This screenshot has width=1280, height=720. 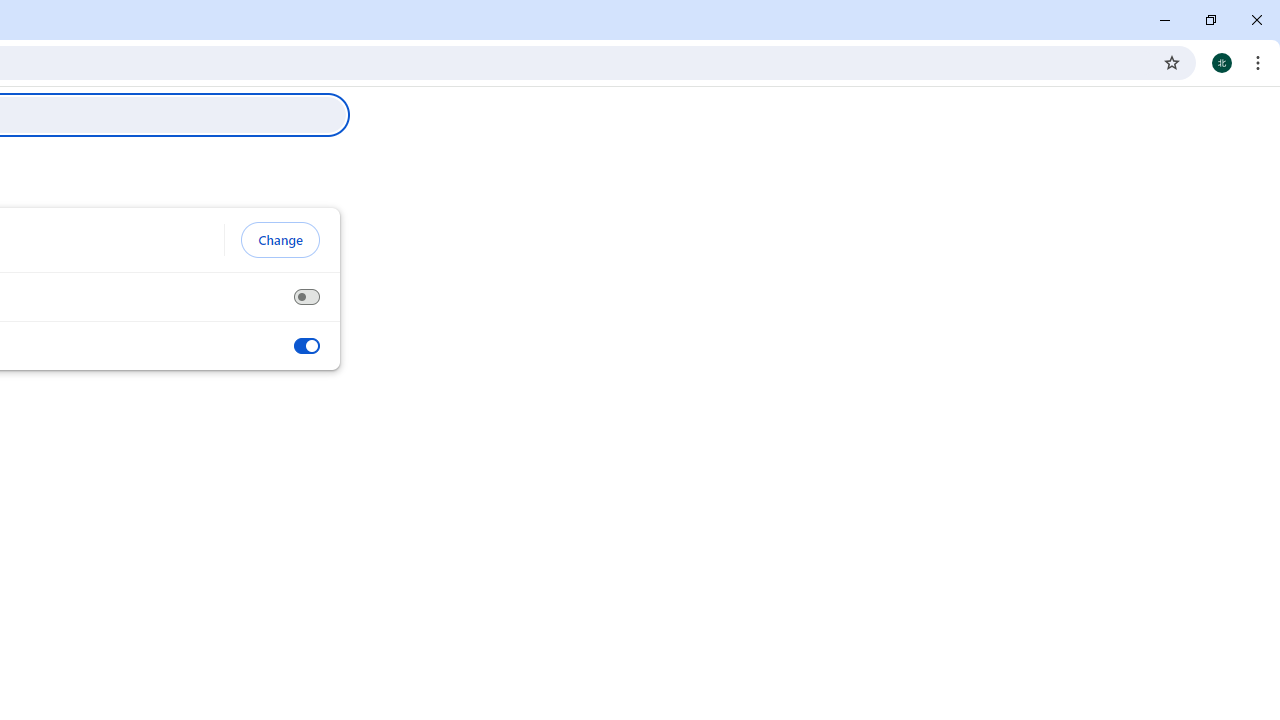 What do you see at coordinates (305, 345) in the screenshot?
I see `'Show downloads when they'` at bounding box center [305, 345].